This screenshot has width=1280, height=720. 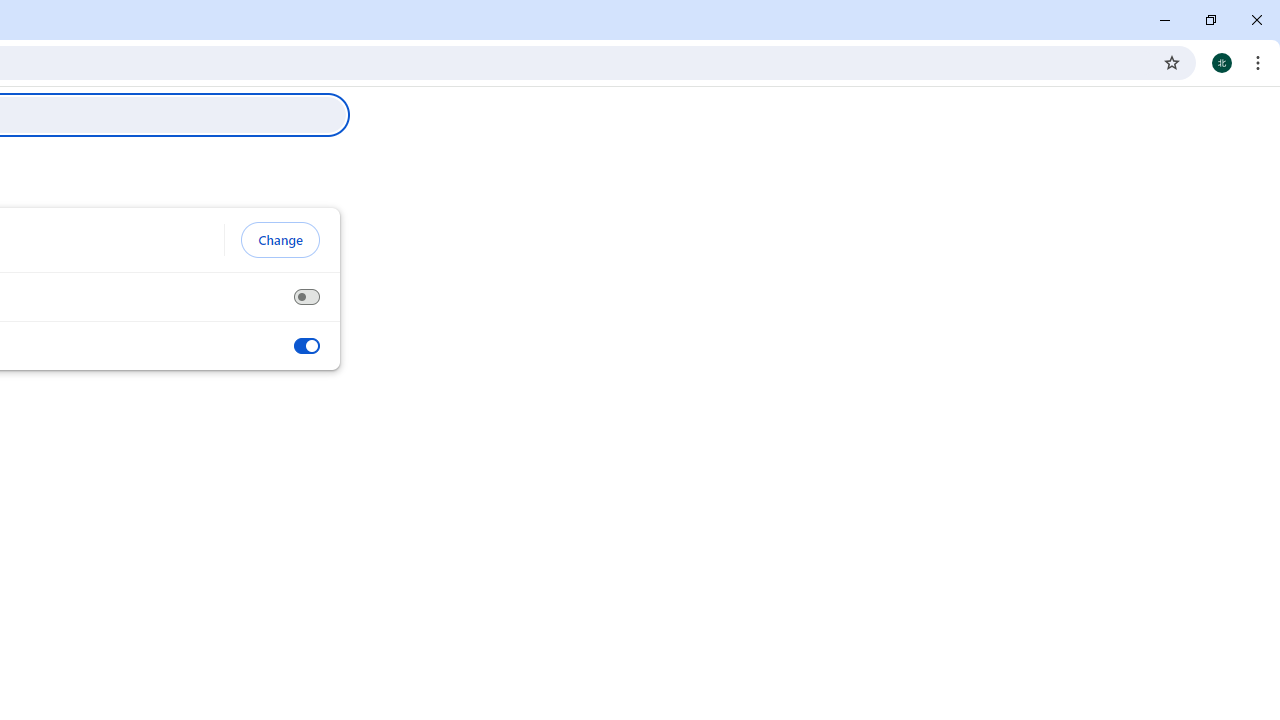 What do you see at coordinates (305, 345) in the screenshot?
I see `'Show downloads when they'` at bounding box center [305, 345].